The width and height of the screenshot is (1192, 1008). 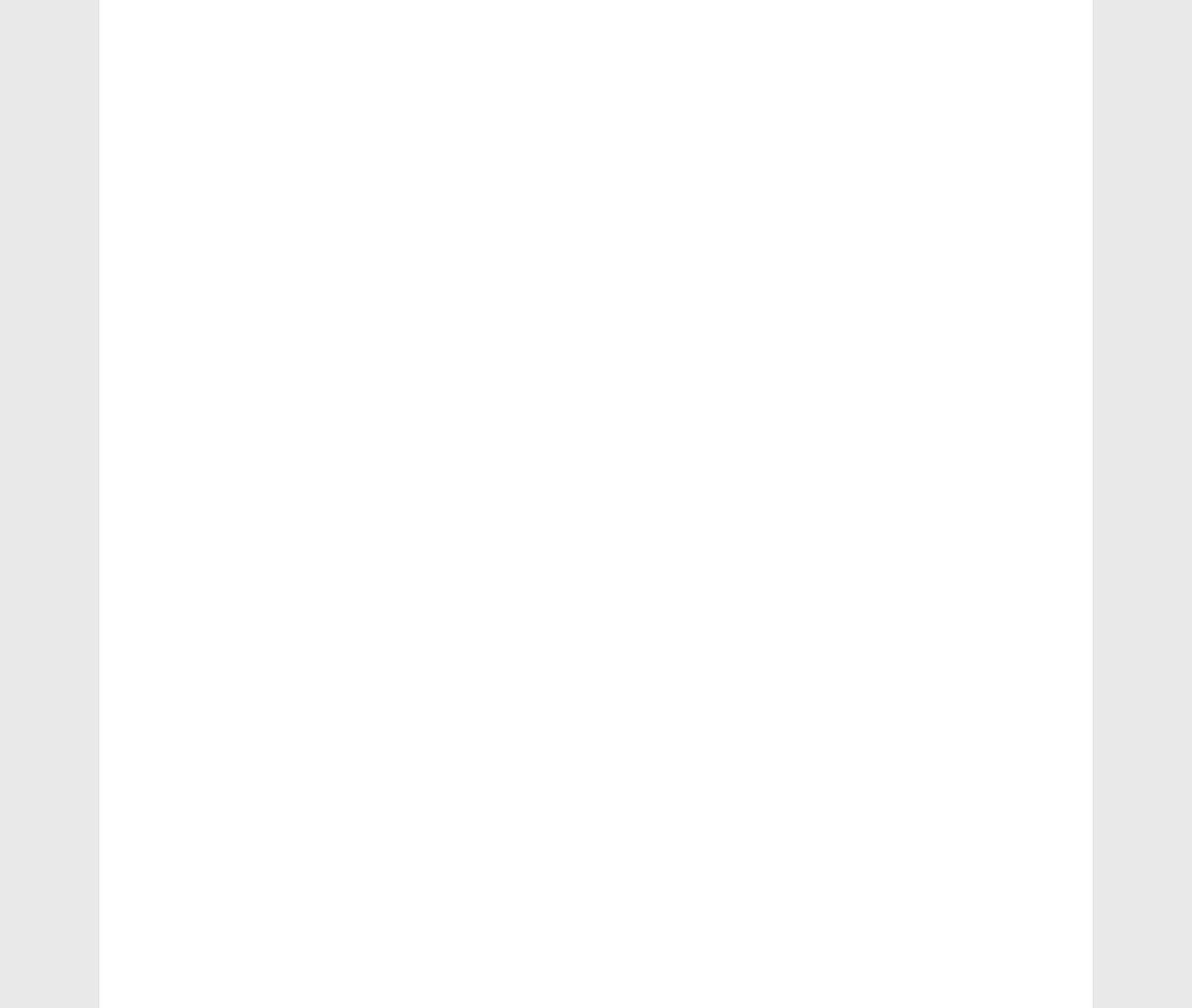 What do you see at coordinates (908, 701) in the screenshot?
I see `'Free Maths Tools'` at bounding box center [908, 701].